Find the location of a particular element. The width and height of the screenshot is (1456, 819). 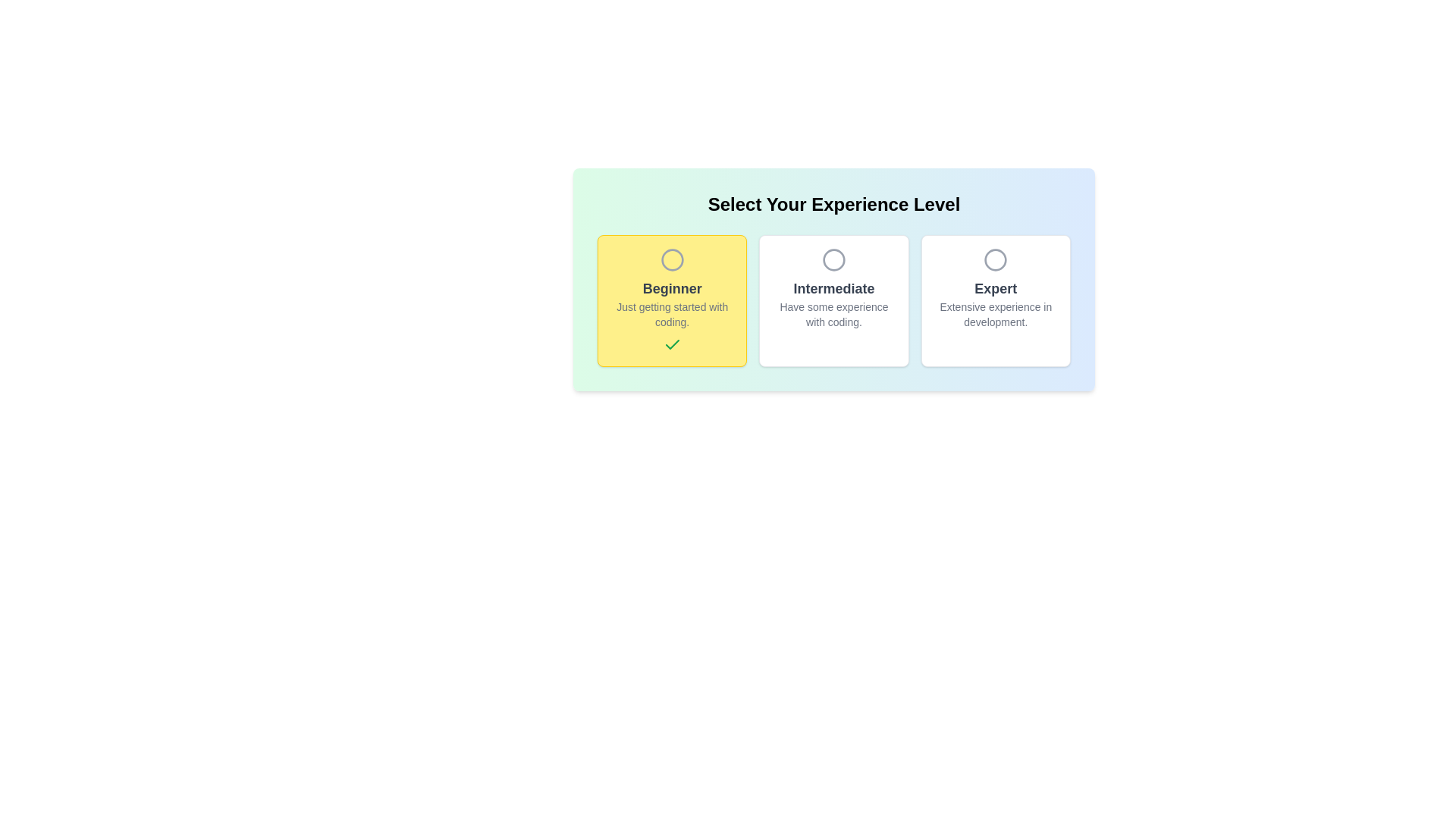

the checkmark icon that indicates the Beginner option has been selected, located inside the leftmost Beginner card in a horizontal grouping of three options is located at coordinates (671, 344).